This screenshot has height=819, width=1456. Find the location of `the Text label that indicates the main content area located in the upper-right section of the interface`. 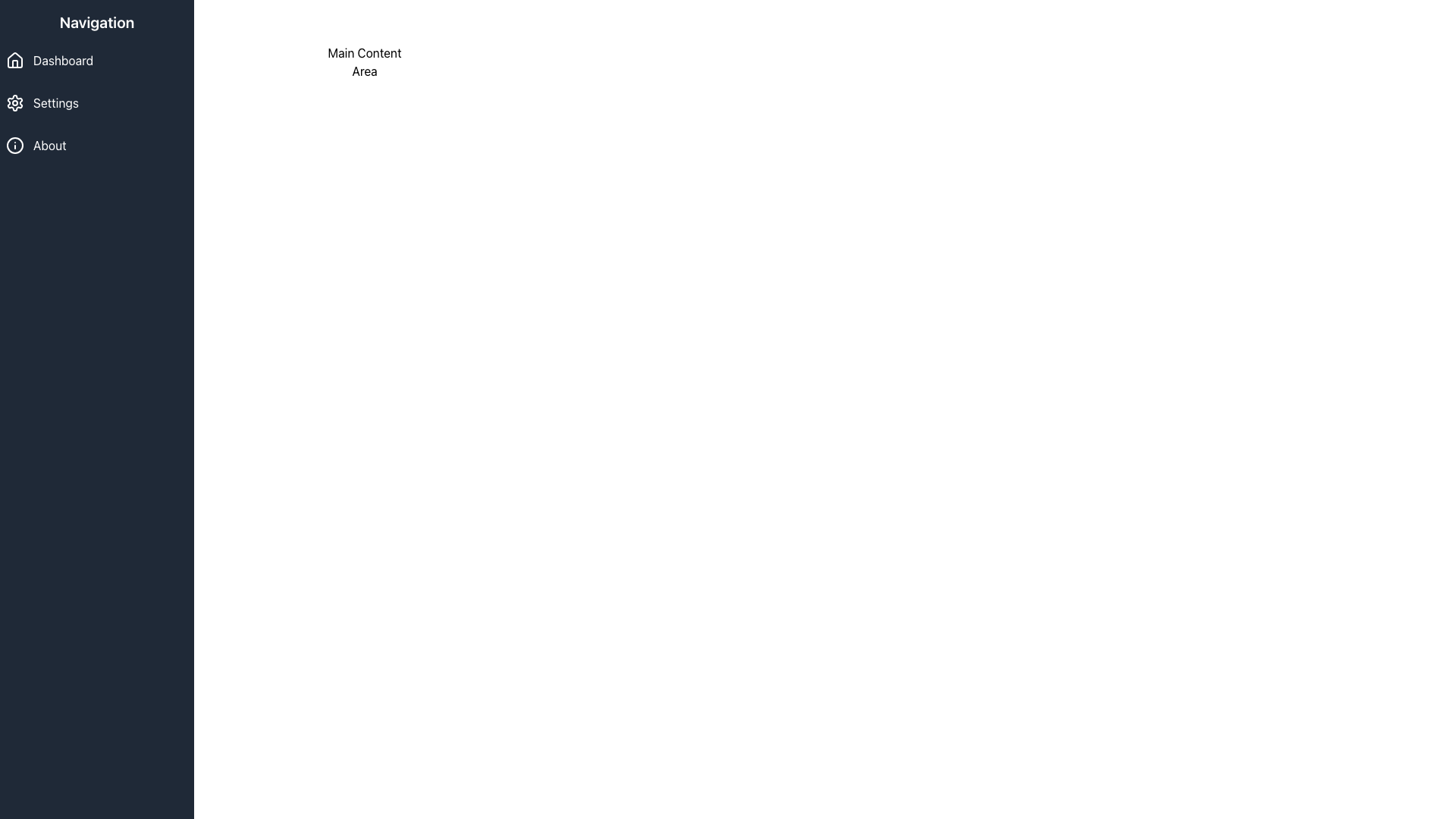

the Text label that indicates the main content area located in the upper-right section of the interface is located at coordinates (364, 61).